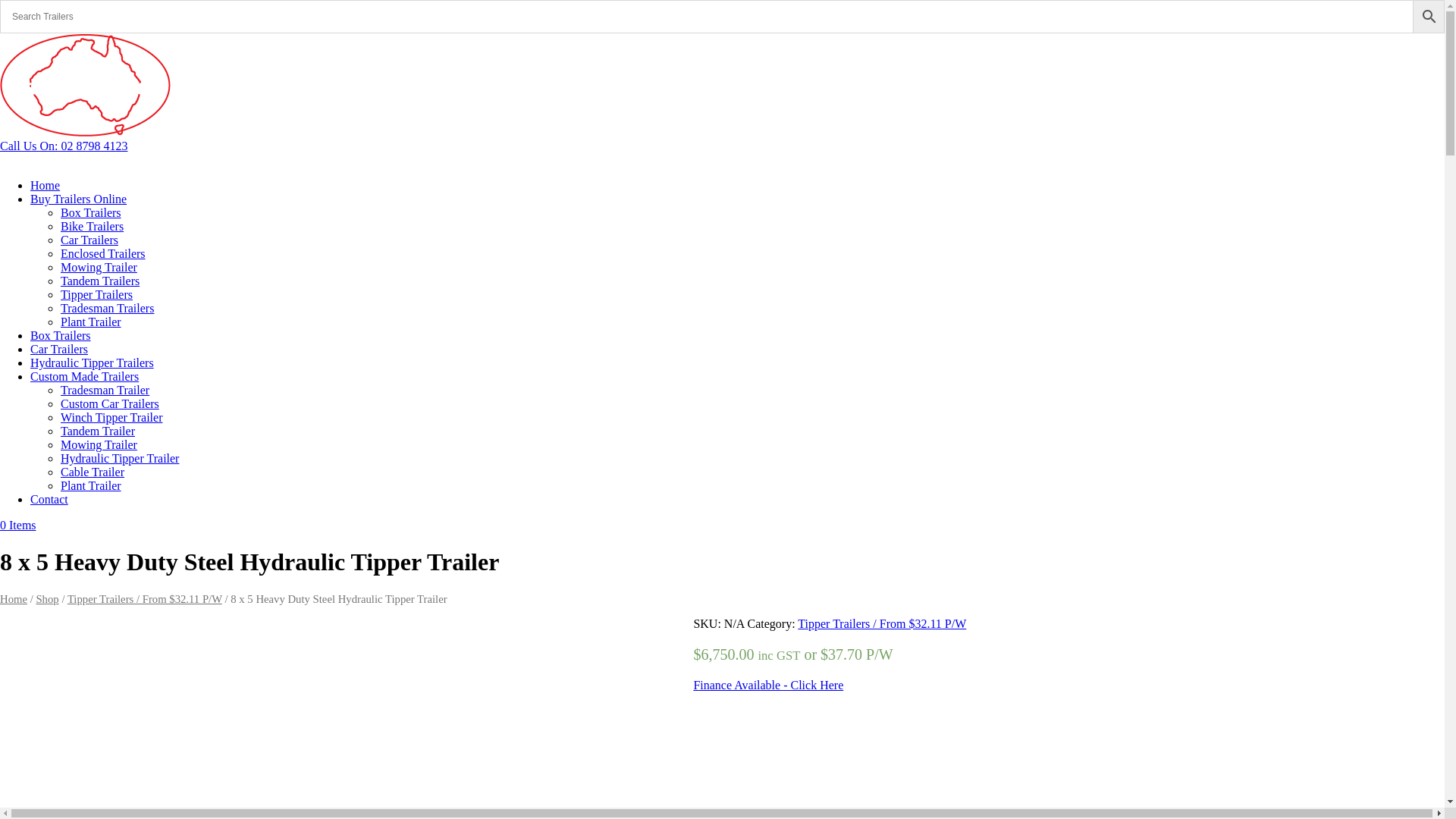 The image size is (1456, 819). I want to click on 'Car Trailers', so click(58, 349).